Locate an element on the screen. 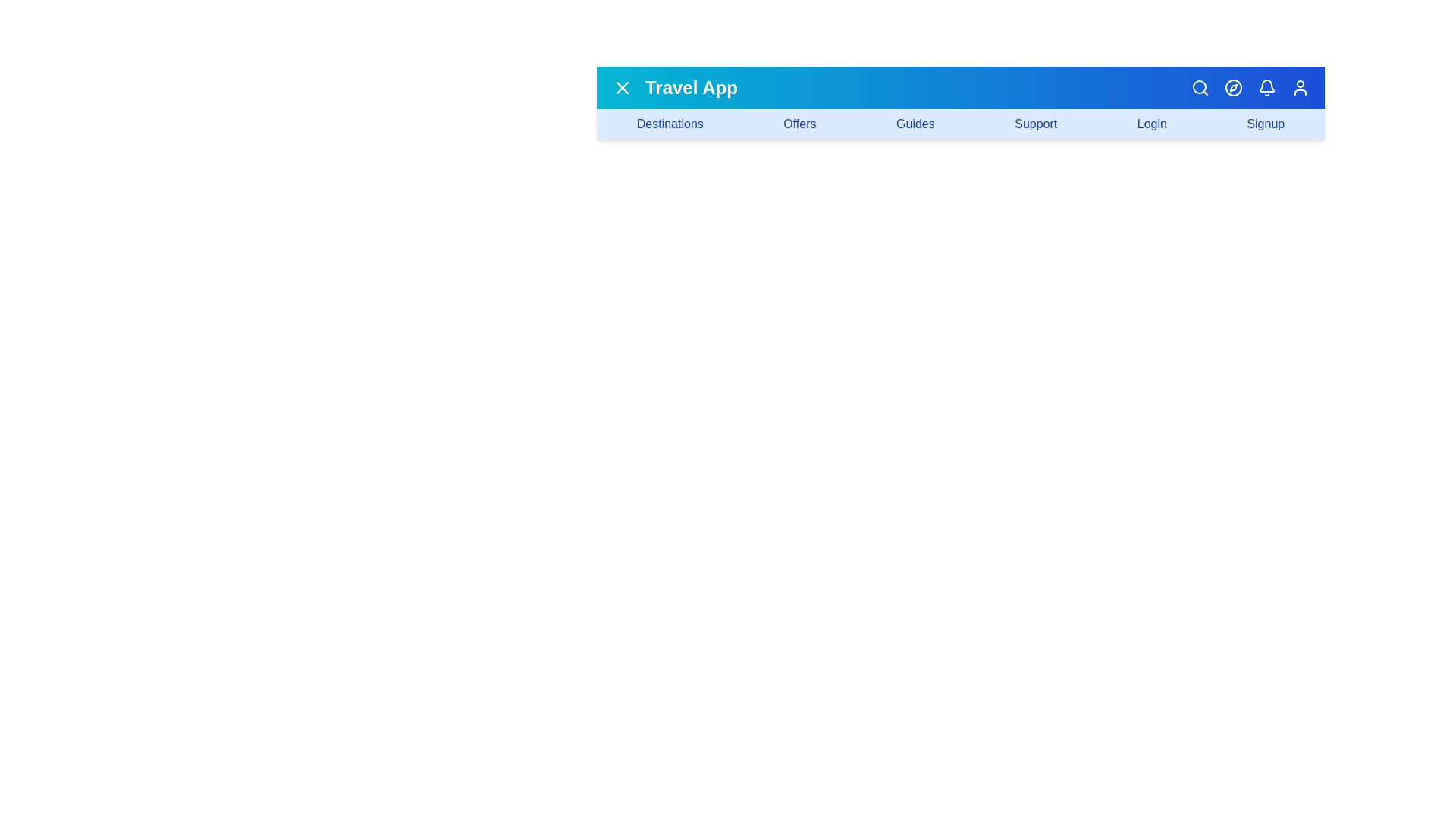  the navigation link labeled 'Login' is located at coordinates (1151, 124).